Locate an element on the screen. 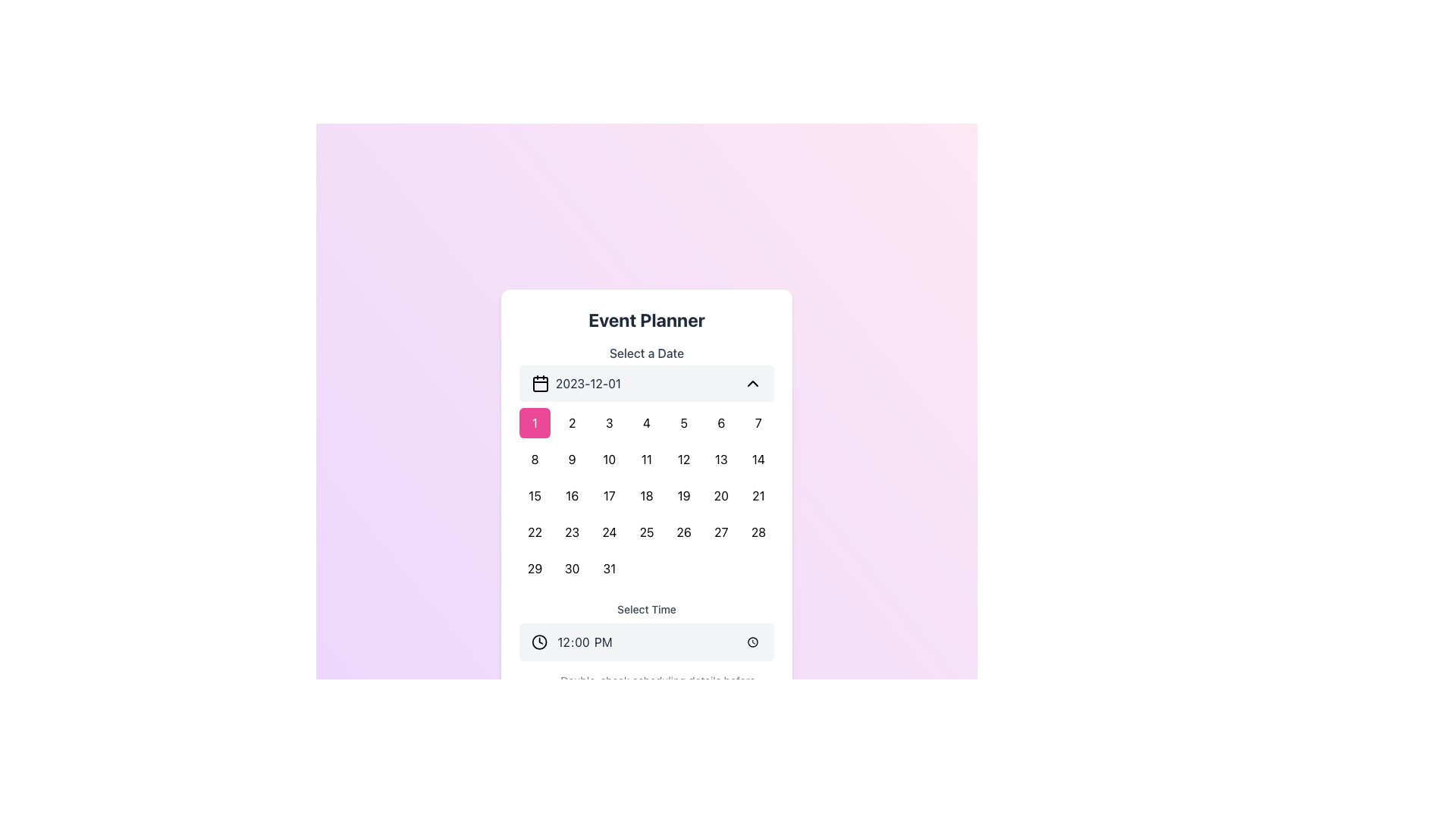 This screenshot has width=1456, height=819. the Chevron Up Icon located at the right end of the date selection box displaying '2023-12-01' is located at coordinates (753, 382).